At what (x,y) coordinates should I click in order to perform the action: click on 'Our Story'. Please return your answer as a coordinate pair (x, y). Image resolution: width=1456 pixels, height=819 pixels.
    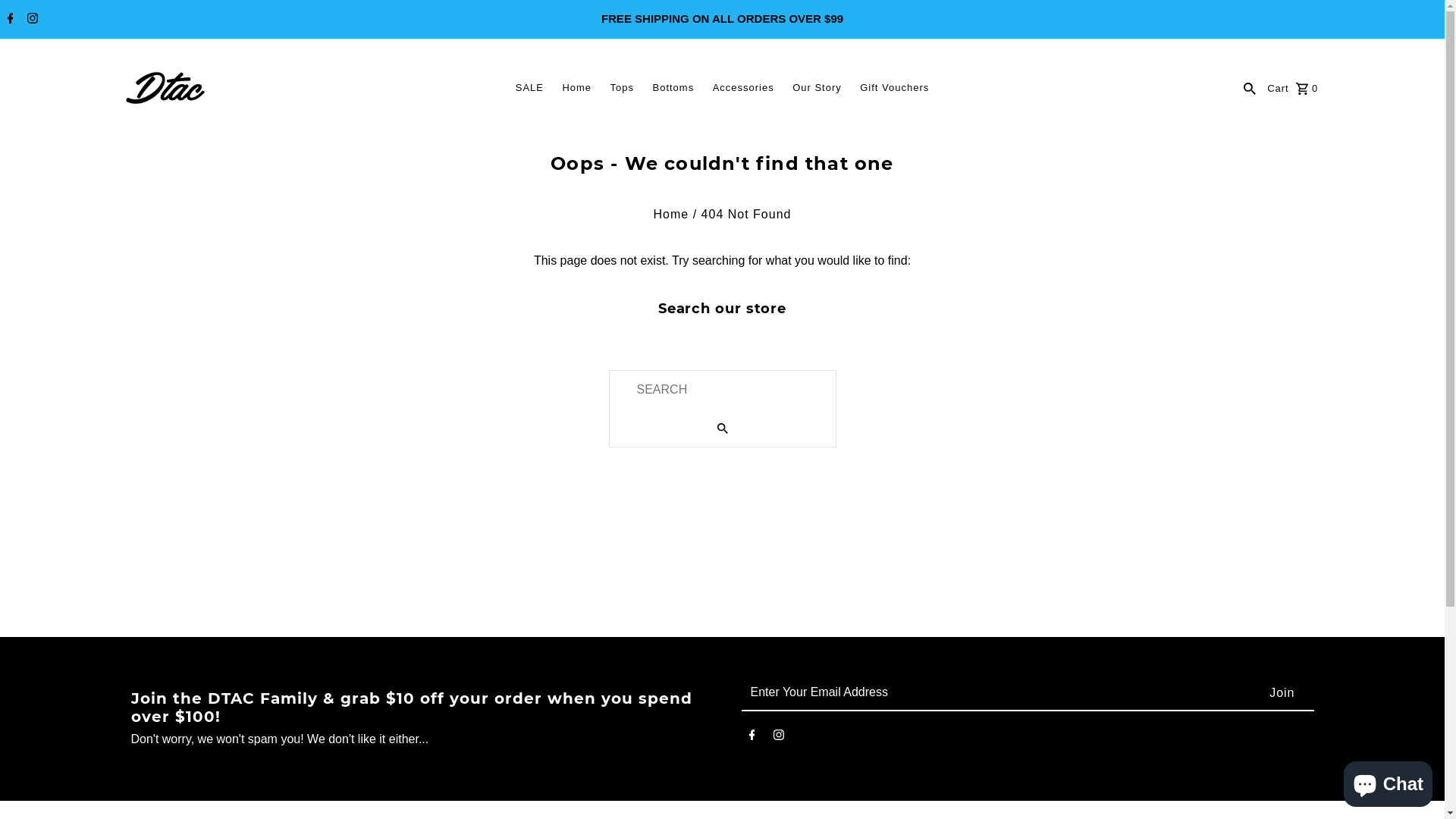
    Looking at the image, I should click on (816, 87).